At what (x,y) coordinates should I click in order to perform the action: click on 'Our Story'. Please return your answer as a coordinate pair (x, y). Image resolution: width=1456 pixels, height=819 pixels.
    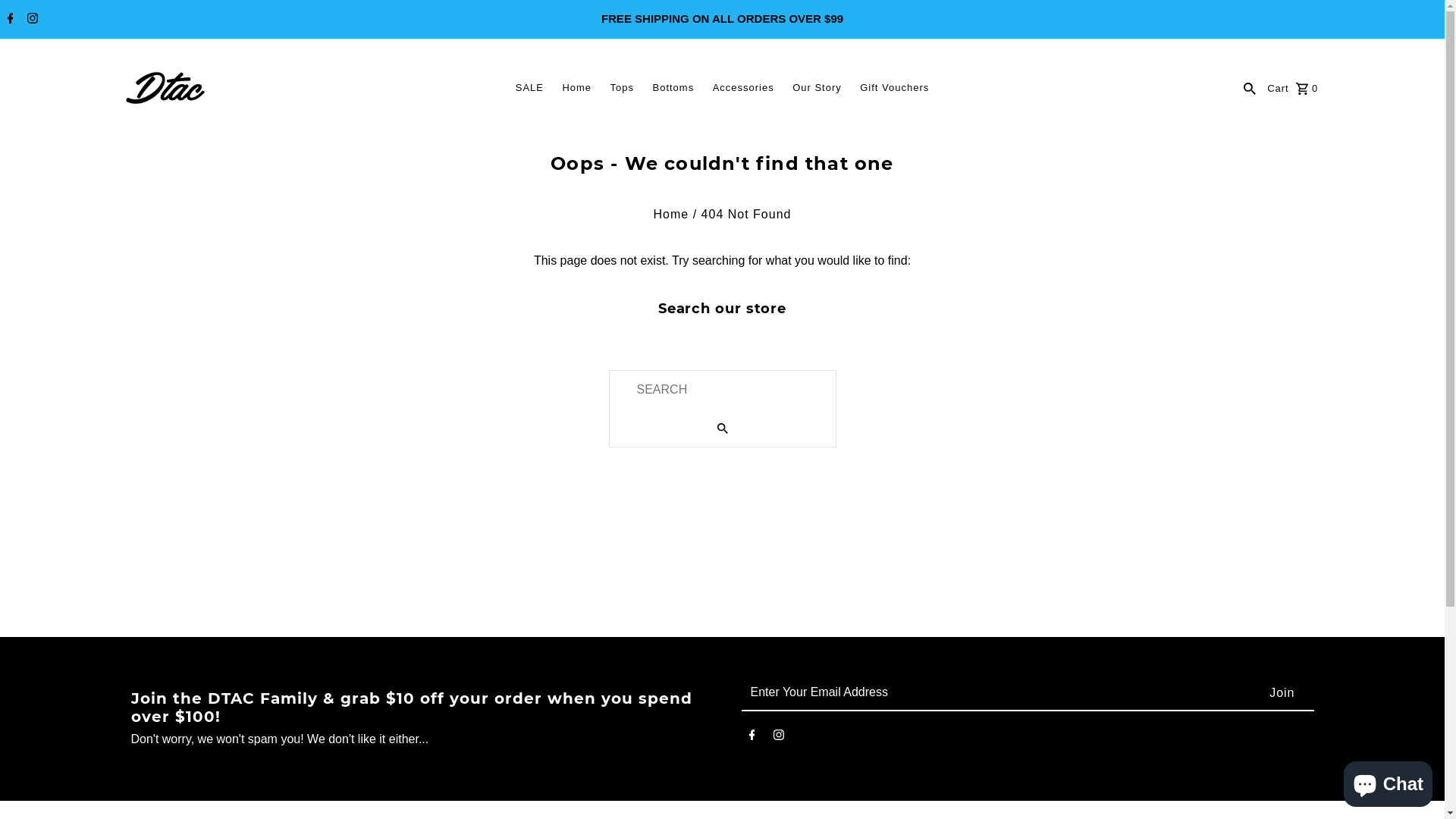
    Looking at the image, I should click on (816, 87).